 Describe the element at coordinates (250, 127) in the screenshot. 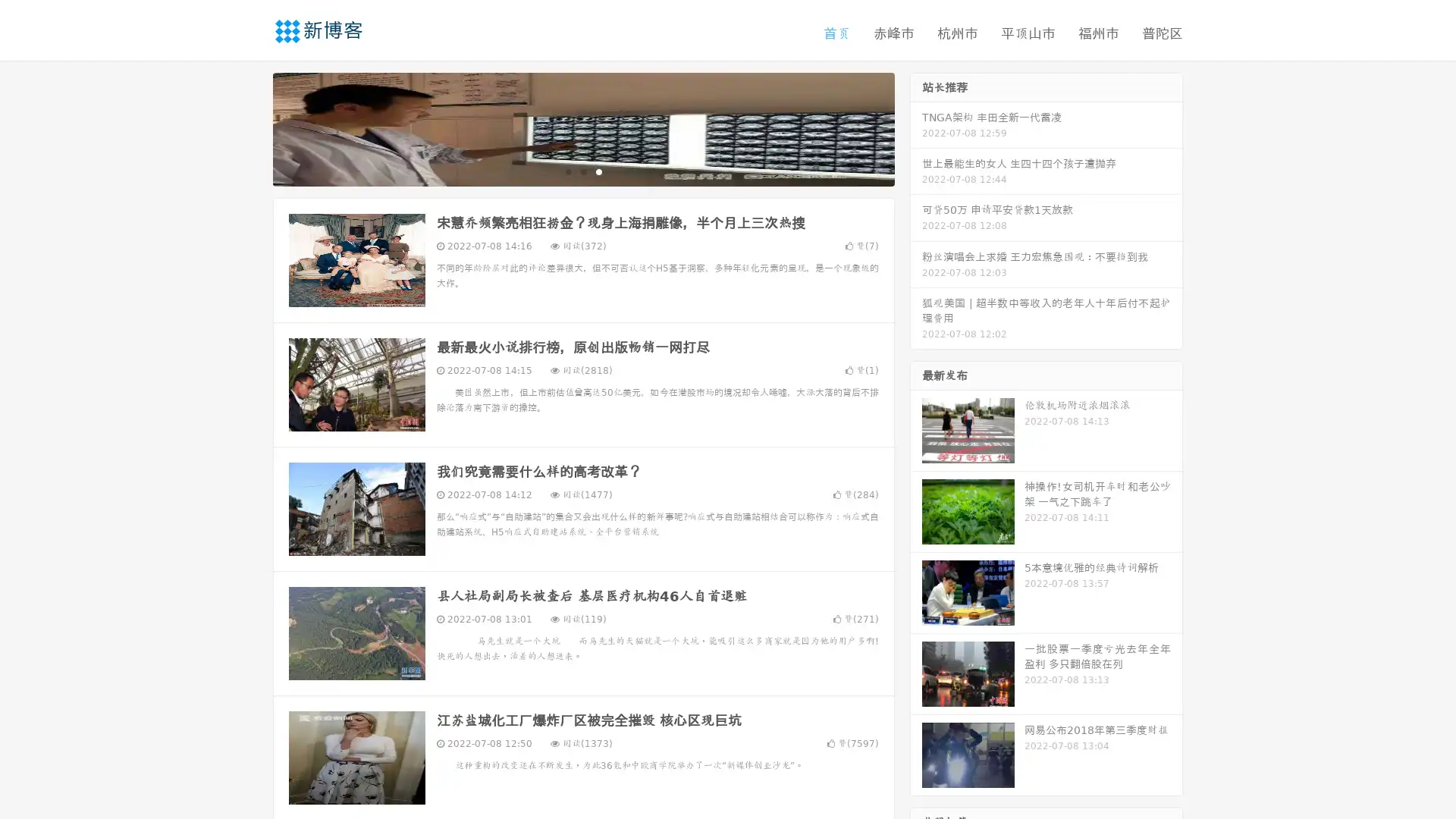

I see `Previous slide` at that location.